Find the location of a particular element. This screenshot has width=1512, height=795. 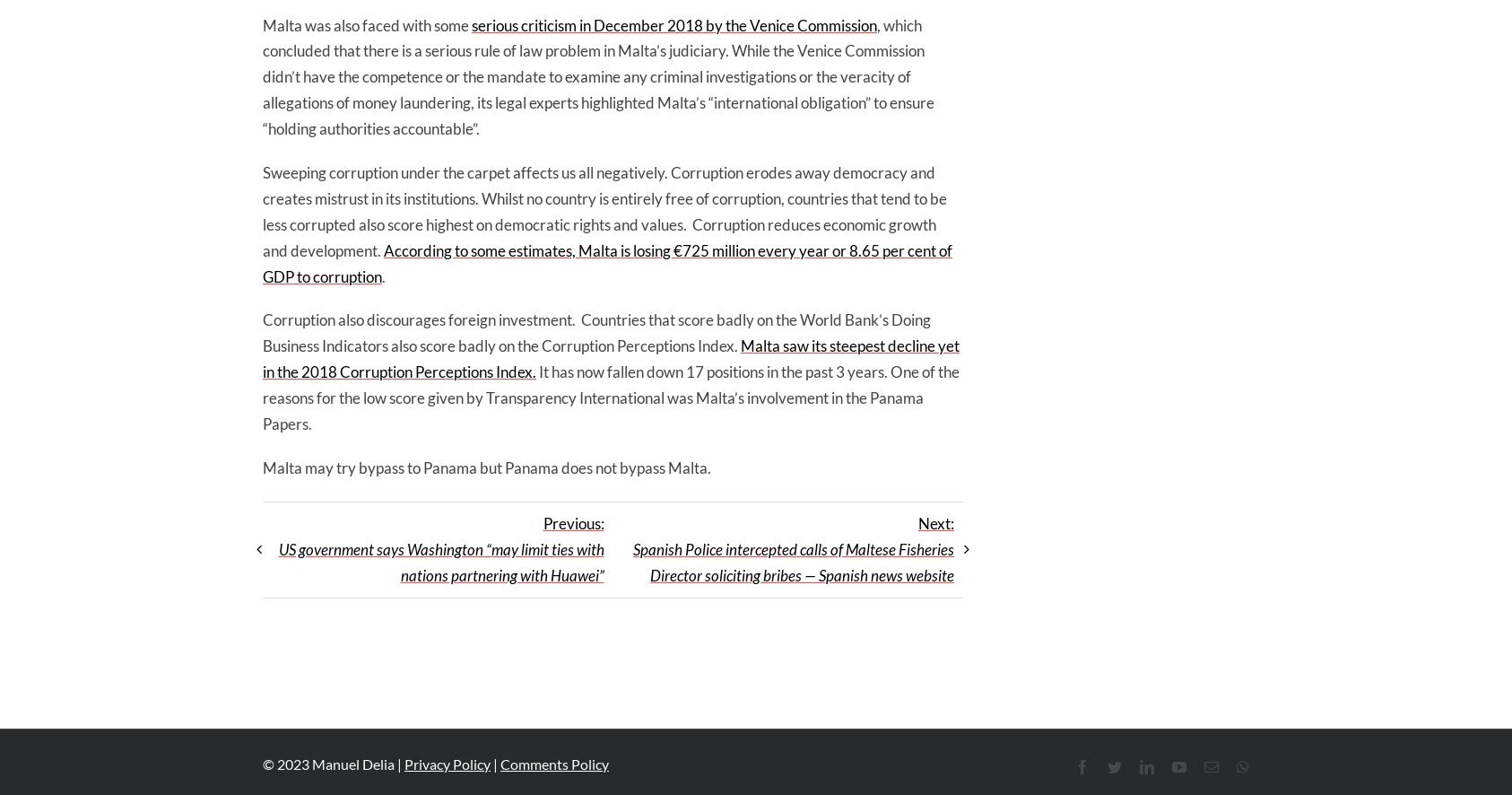

'2023' is located at coordinates (276, 762).